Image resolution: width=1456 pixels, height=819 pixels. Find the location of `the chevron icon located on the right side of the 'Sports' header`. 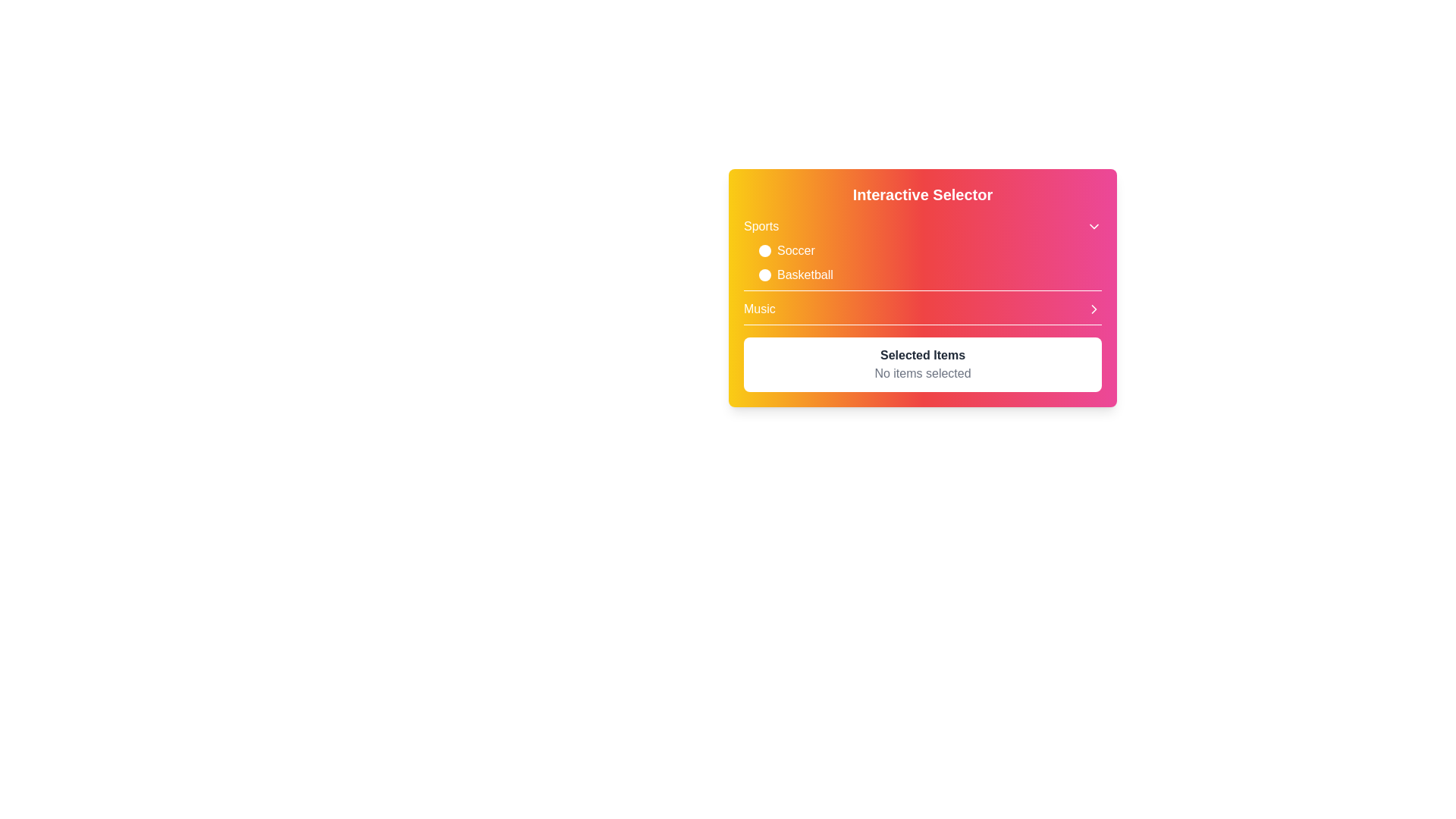

the chevron icon located on the right side of the 'Sports' header is located at coordinates (1094, 227).